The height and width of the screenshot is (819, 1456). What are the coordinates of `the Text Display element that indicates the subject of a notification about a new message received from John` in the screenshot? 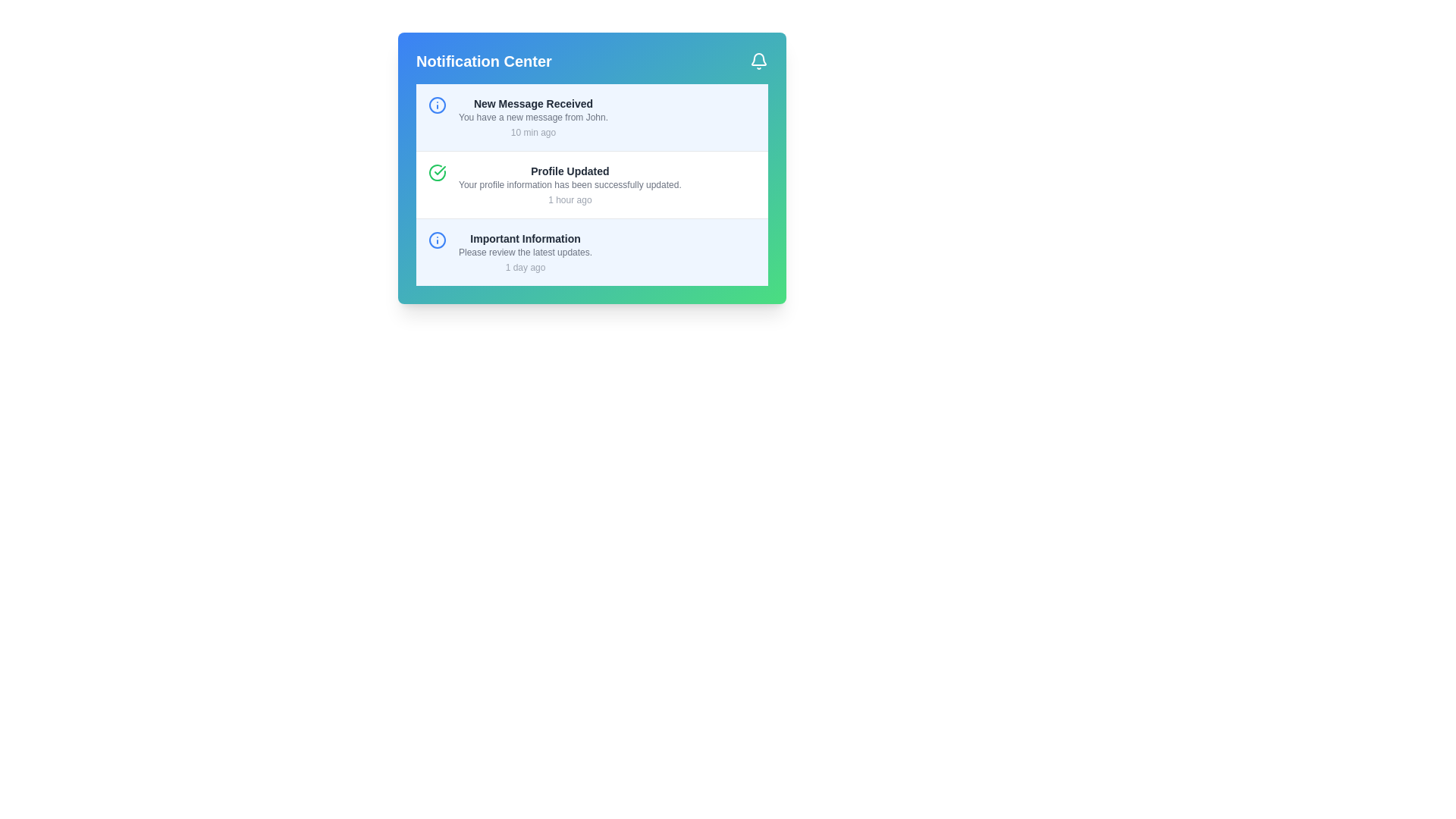 It's located at (533, 103).